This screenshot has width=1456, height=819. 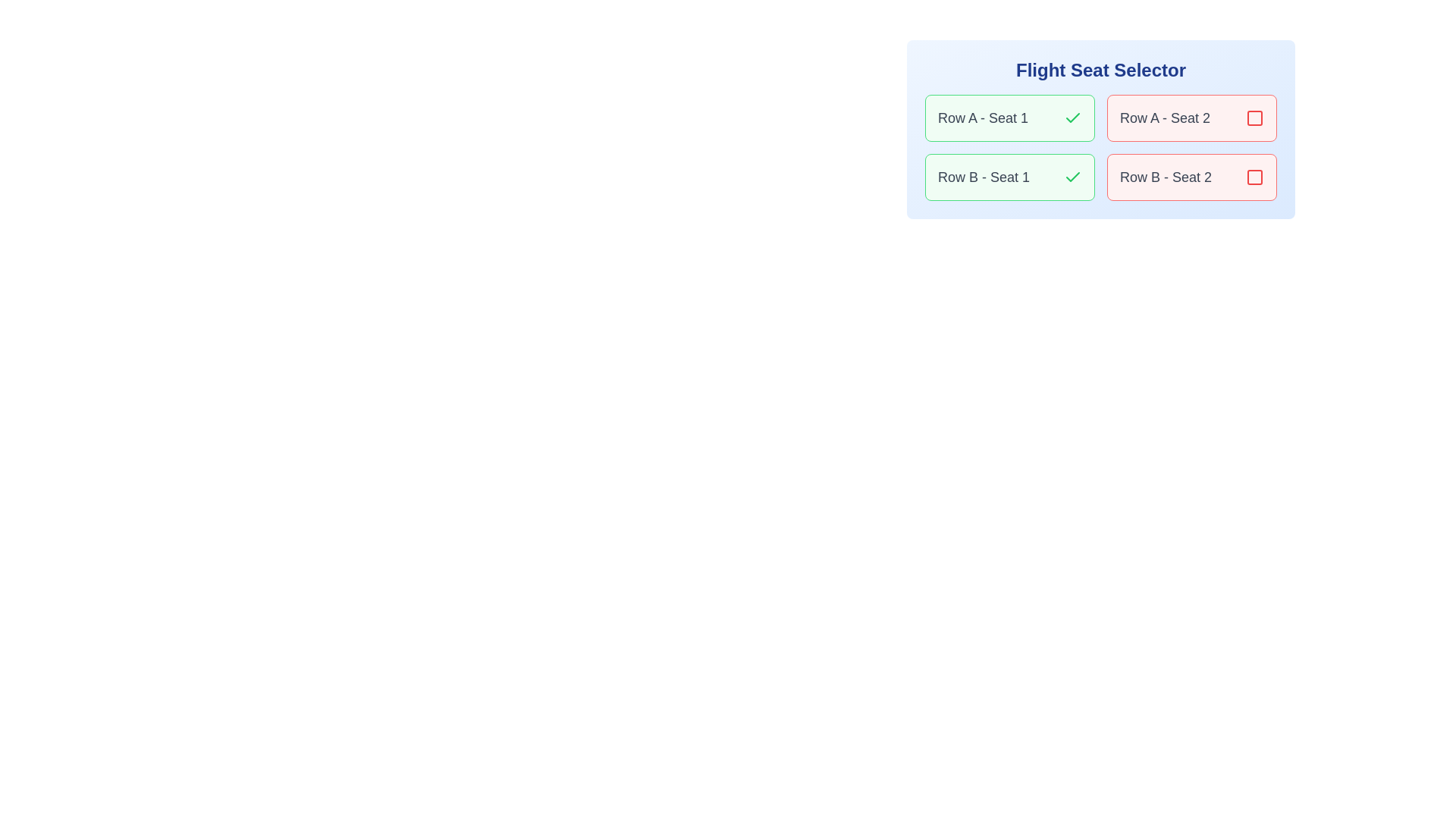 I want to click on the check mark icon located on the green button labeled 'Row B - Seat 1' to confirm the selection of that seat, so click(x=1072, y=117).